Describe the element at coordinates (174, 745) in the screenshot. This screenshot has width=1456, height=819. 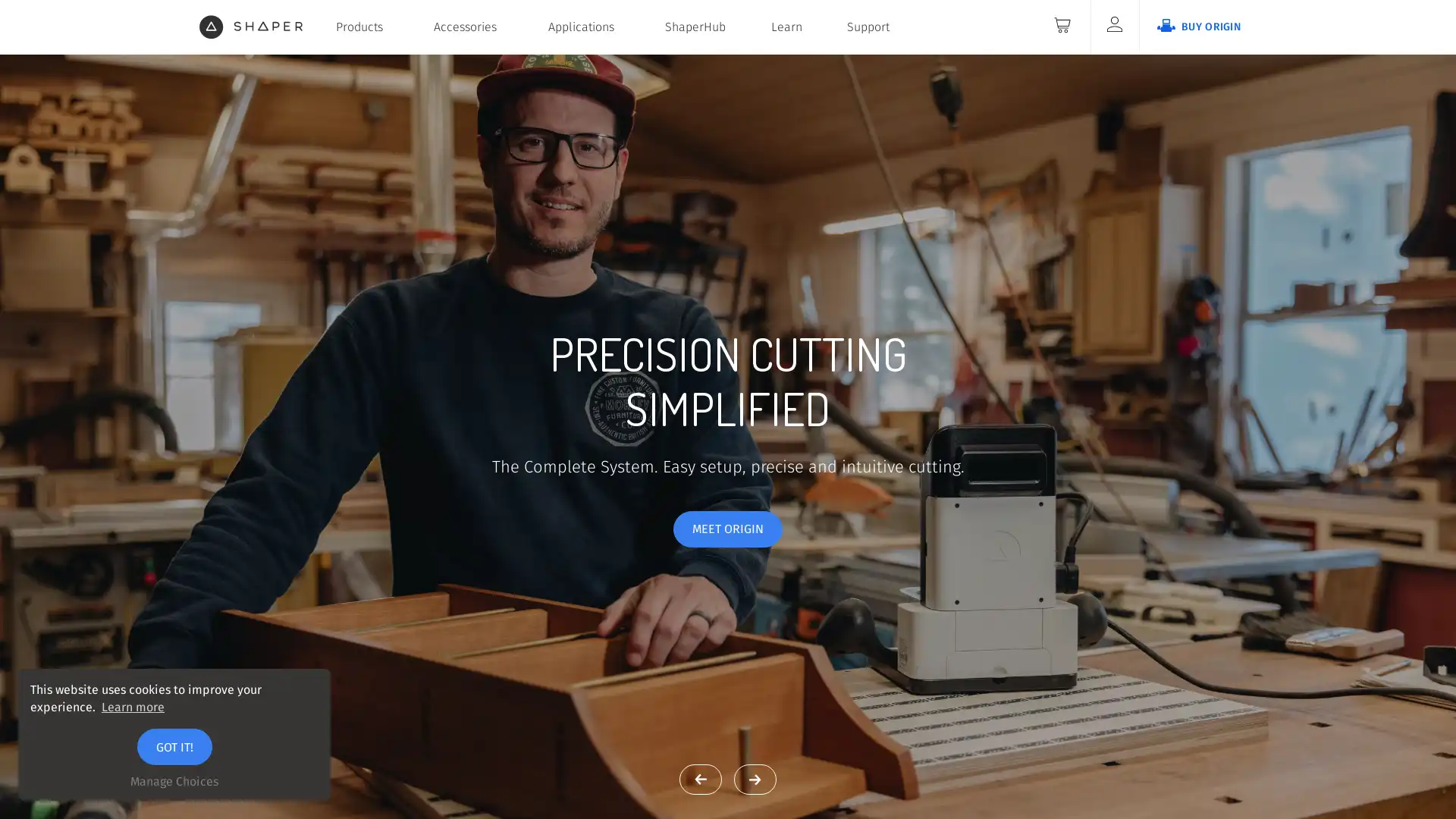
I see `GOT IT!` at that location.